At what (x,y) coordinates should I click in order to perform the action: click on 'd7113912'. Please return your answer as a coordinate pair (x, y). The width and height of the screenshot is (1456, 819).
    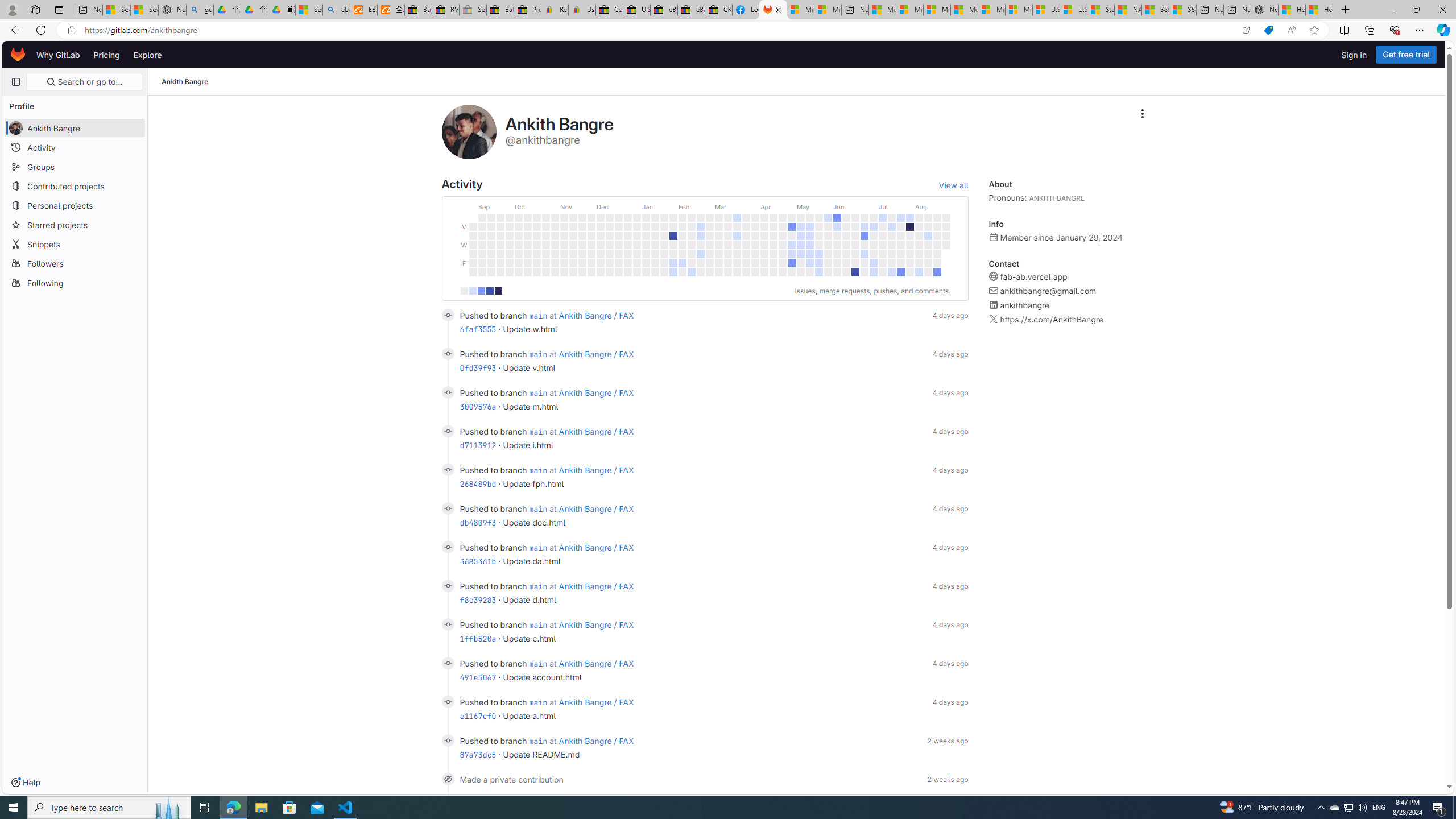
    Looking at the image, I should click on (477, 445).